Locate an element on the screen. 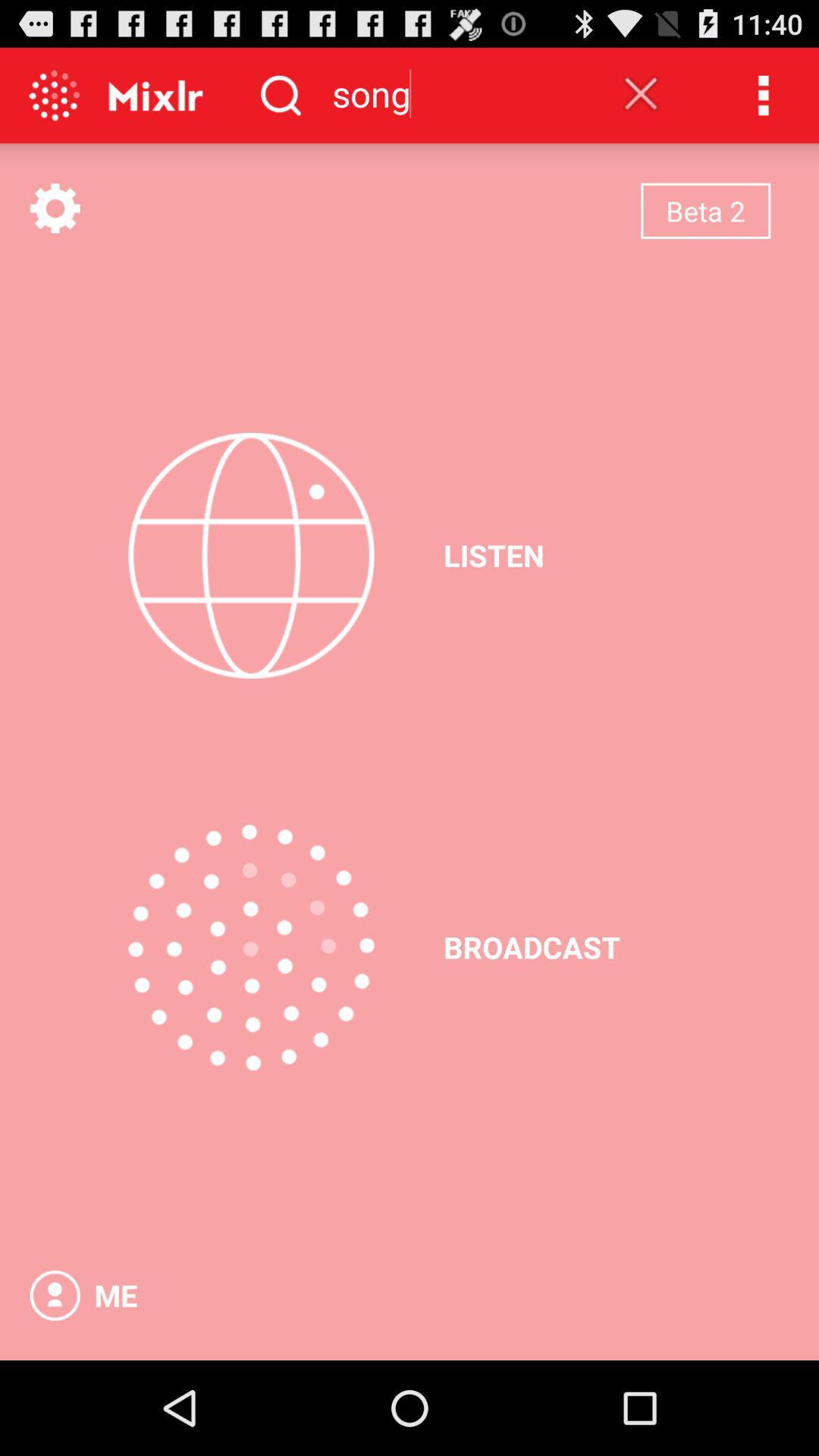 This screenshot has width=819, height=1456. the item above me item is located at coordinates (250, 946).